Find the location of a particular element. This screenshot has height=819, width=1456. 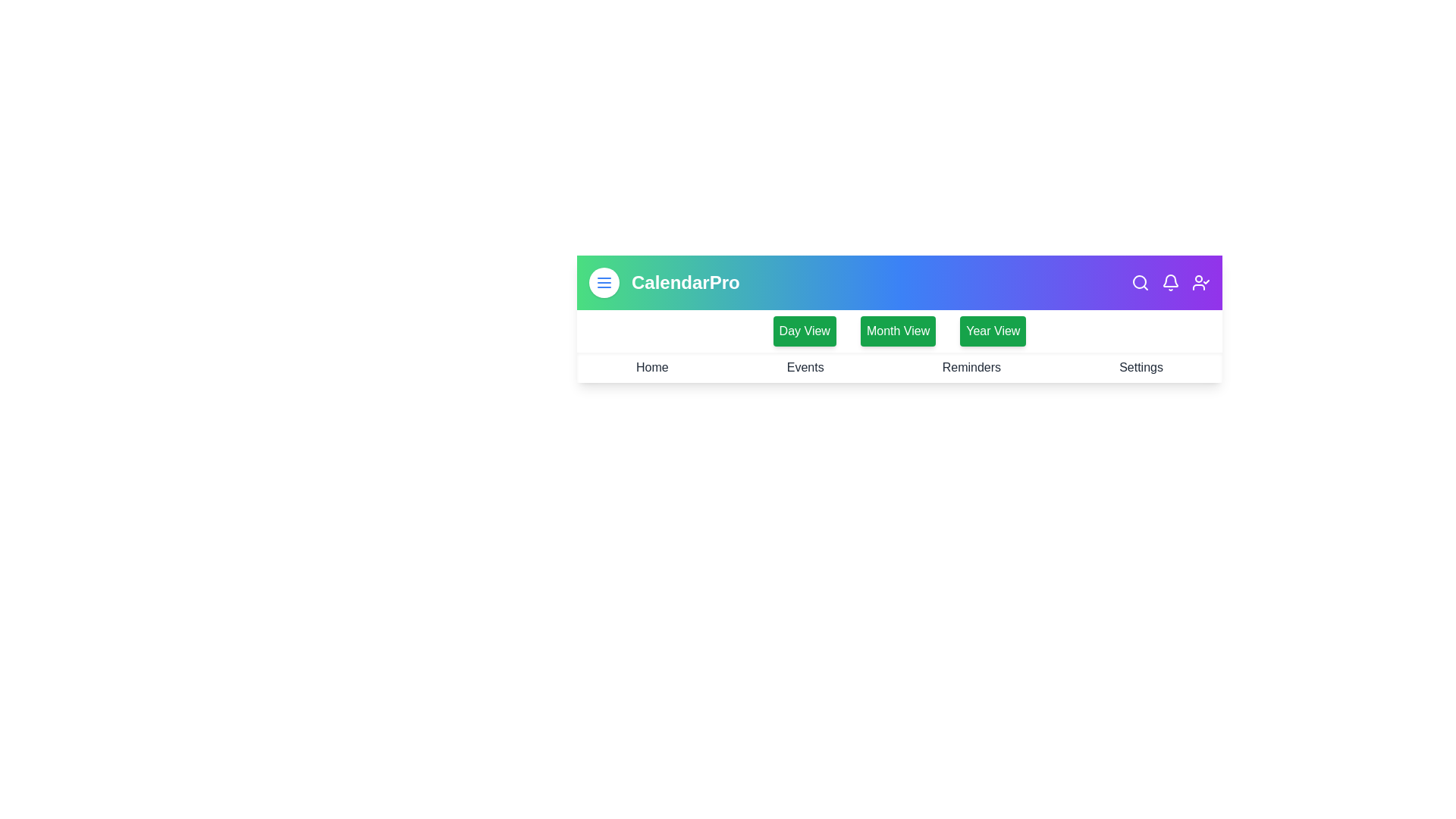

the navigation link labeled Events is located at coordinates (804, 368).